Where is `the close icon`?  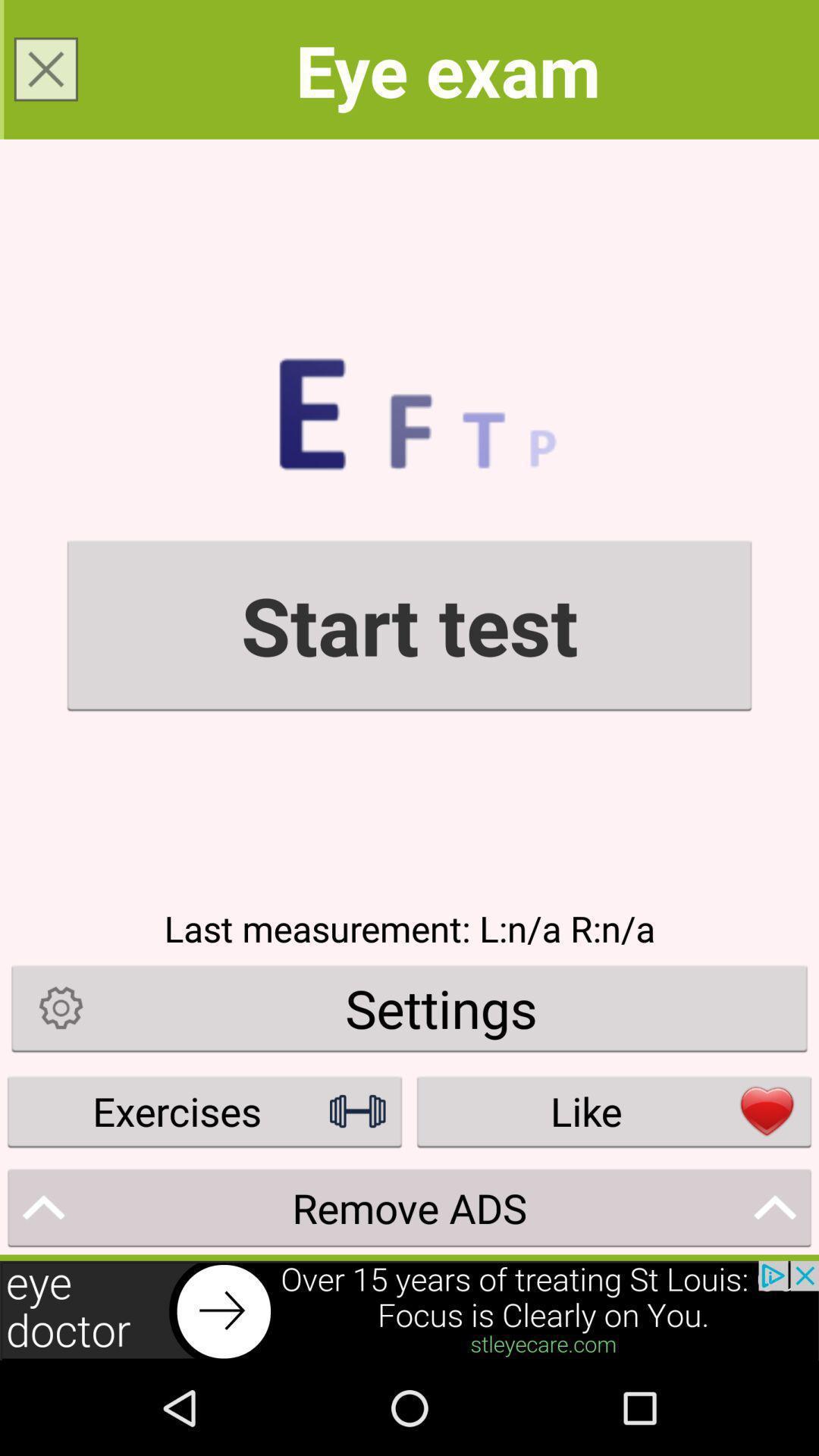
the close icon is located at coordinates (45, 68).